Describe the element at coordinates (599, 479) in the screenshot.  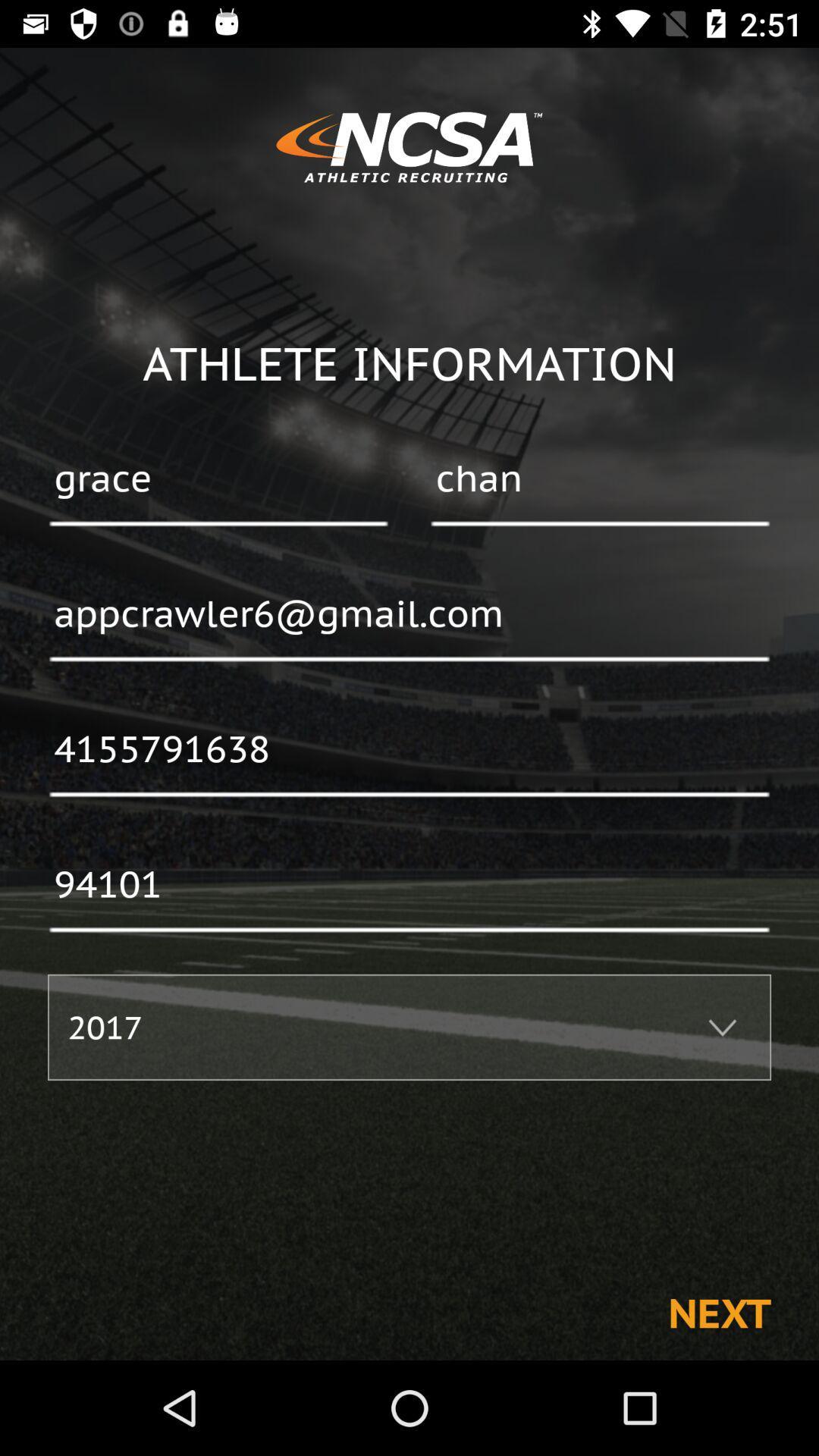
I see `the icon at the top right corner` at that location.